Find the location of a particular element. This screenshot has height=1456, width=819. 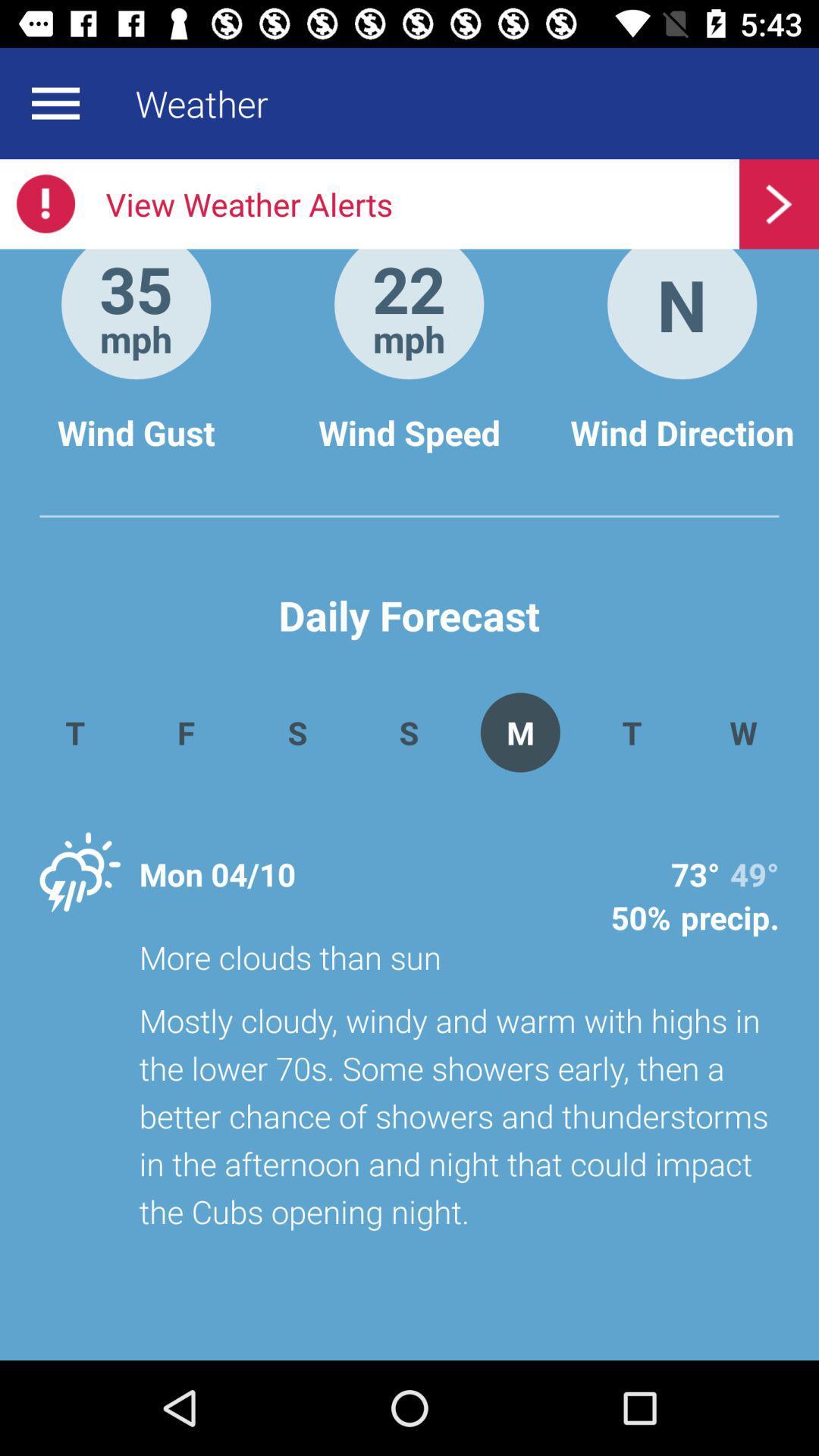

the app next to the s app is located at coordinates (185, 732).